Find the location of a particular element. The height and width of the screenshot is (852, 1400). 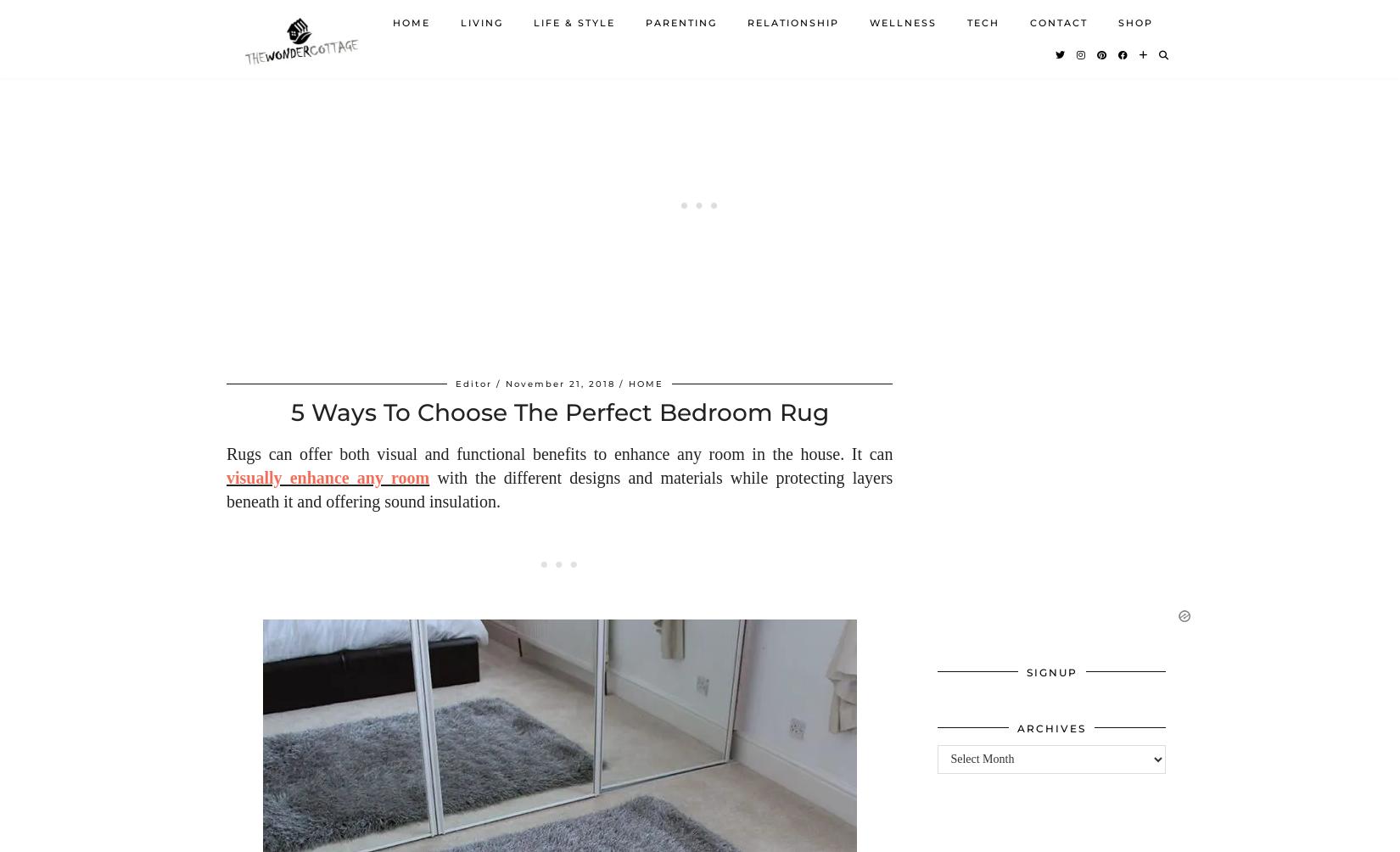

'BEAUTY' is located at coordinates (557, 58).